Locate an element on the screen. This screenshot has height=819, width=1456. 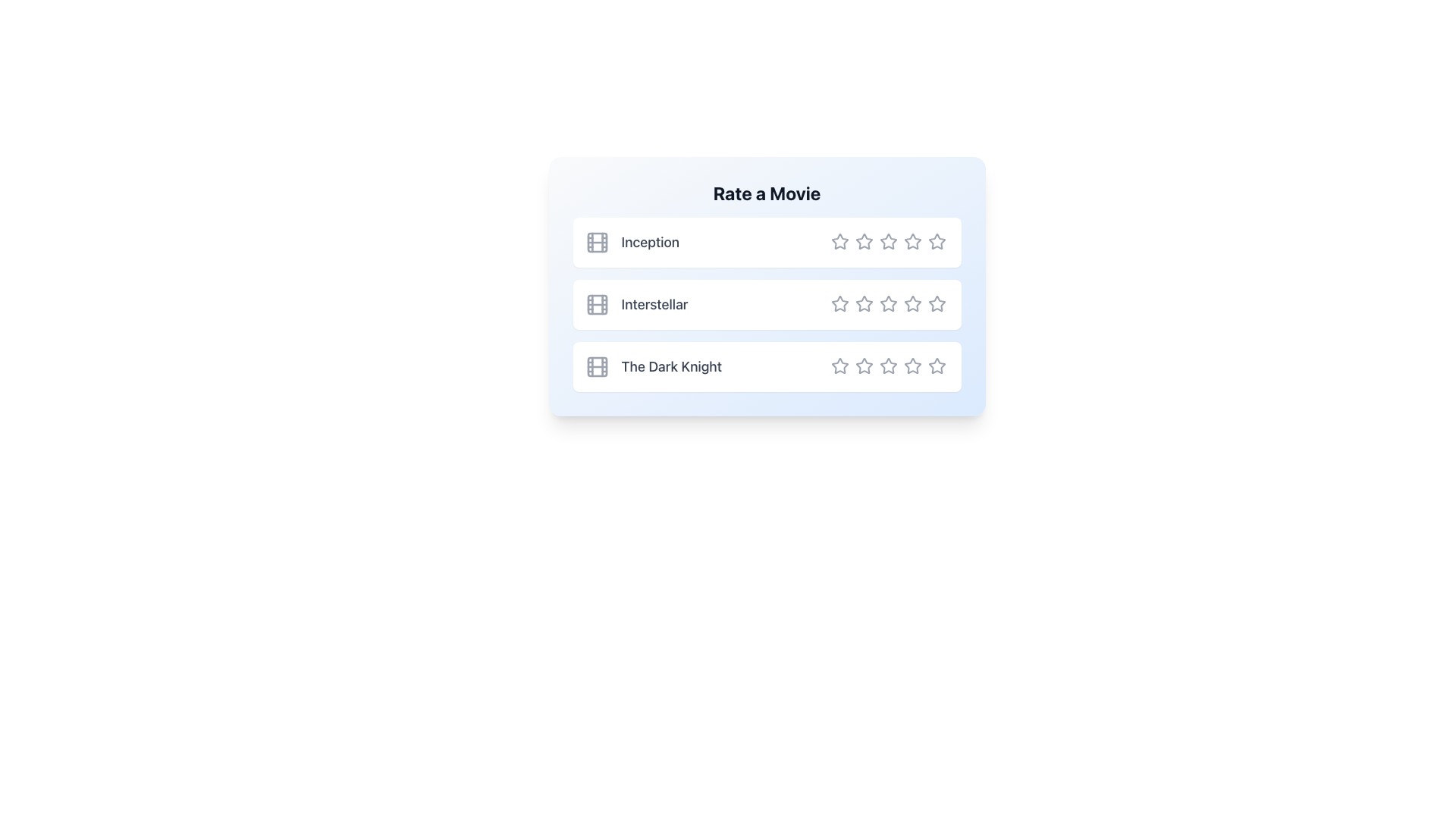
the second gray star icon in the rating tool for the movie 'Inception' is located at coordinates (864, 241).